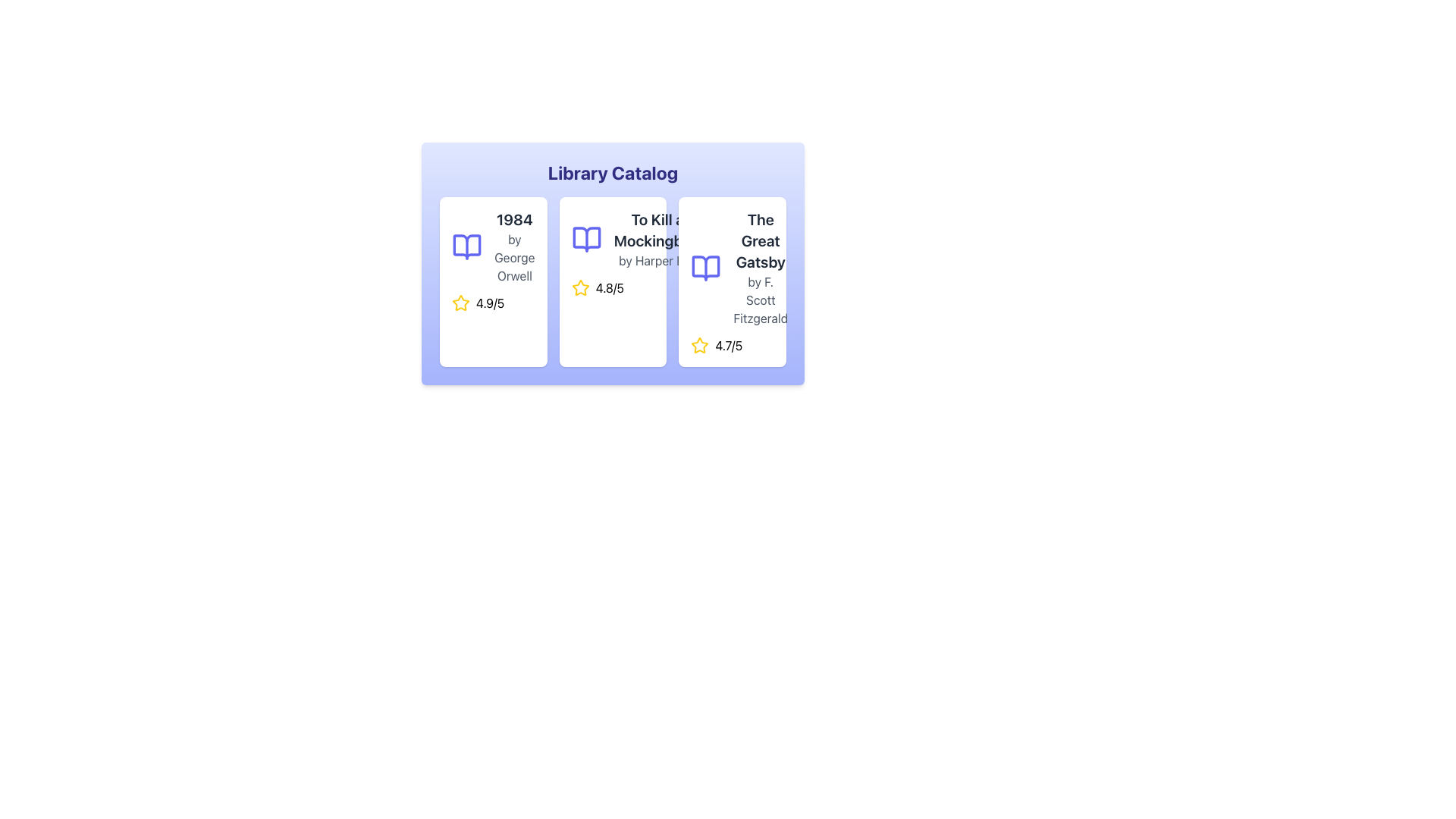 The image size is (1456, 819). Describe the element at coordinates (657, 239) in the screenshot. I see `the text block displaying the book title and author to interact with its linked action` at that location.